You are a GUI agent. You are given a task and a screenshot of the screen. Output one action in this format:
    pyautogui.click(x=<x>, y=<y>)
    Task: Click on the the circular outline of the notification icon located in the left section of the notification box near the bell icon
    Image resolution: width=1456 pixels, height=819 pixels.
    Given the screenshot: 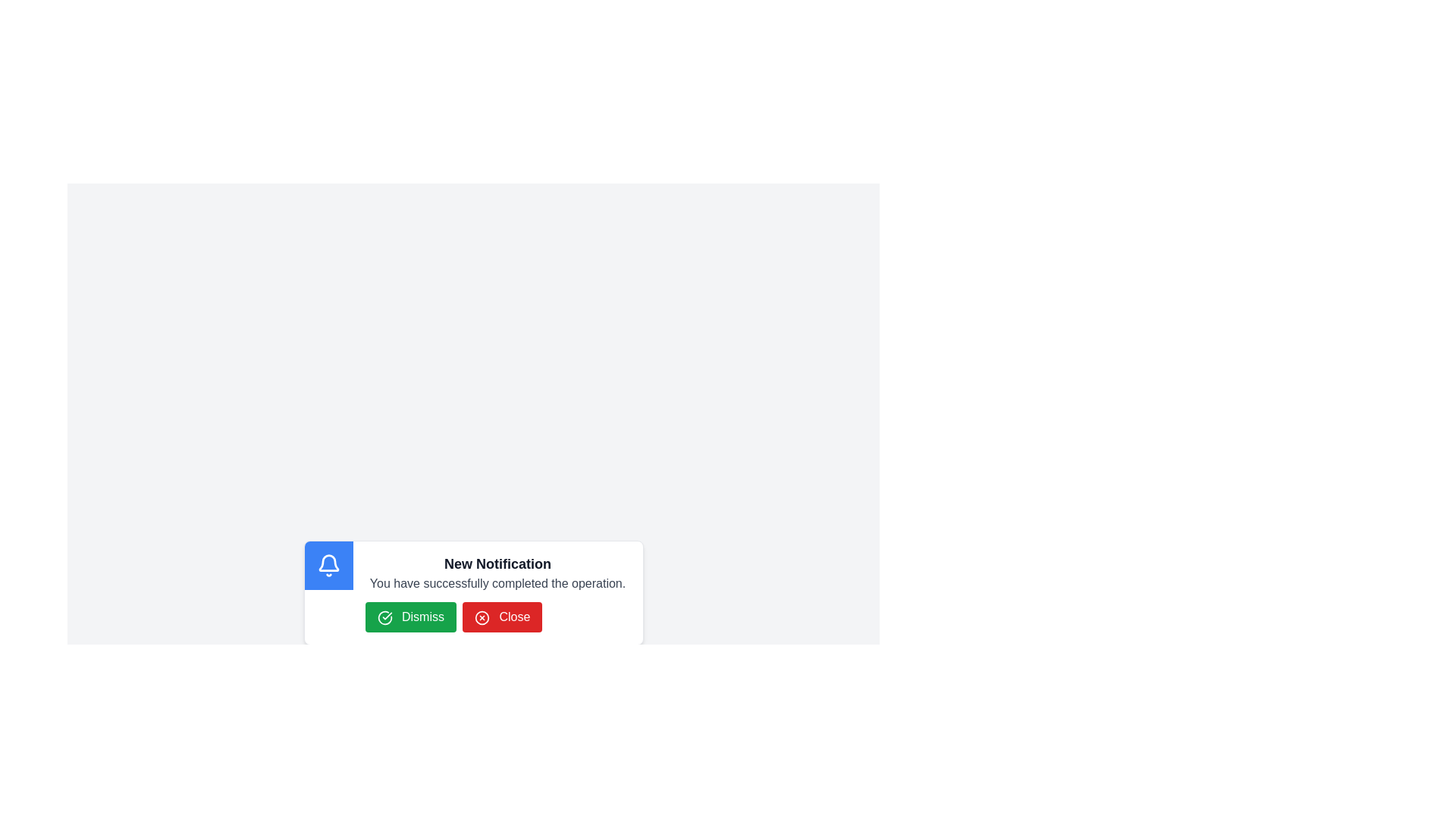 What is the action you would take?
    pyautogui.click(x=384, y=617)
    